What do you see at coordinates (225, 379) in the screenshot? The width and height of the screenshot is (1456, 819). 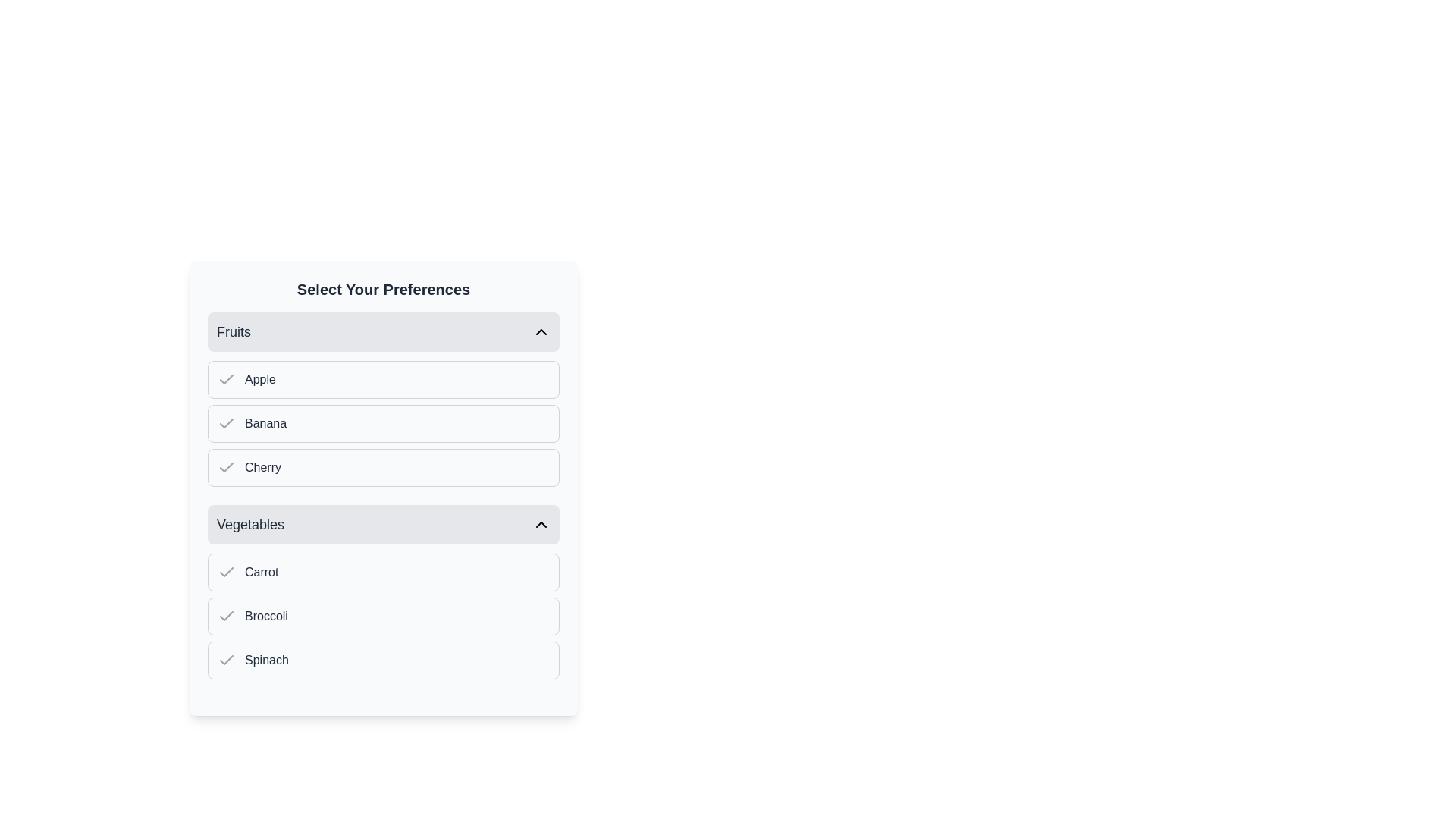 I see `the checkmark icon located to the left of the text label 'Apple', which is styled with a rounded shape and gray color` at bounding box center [225, 379].